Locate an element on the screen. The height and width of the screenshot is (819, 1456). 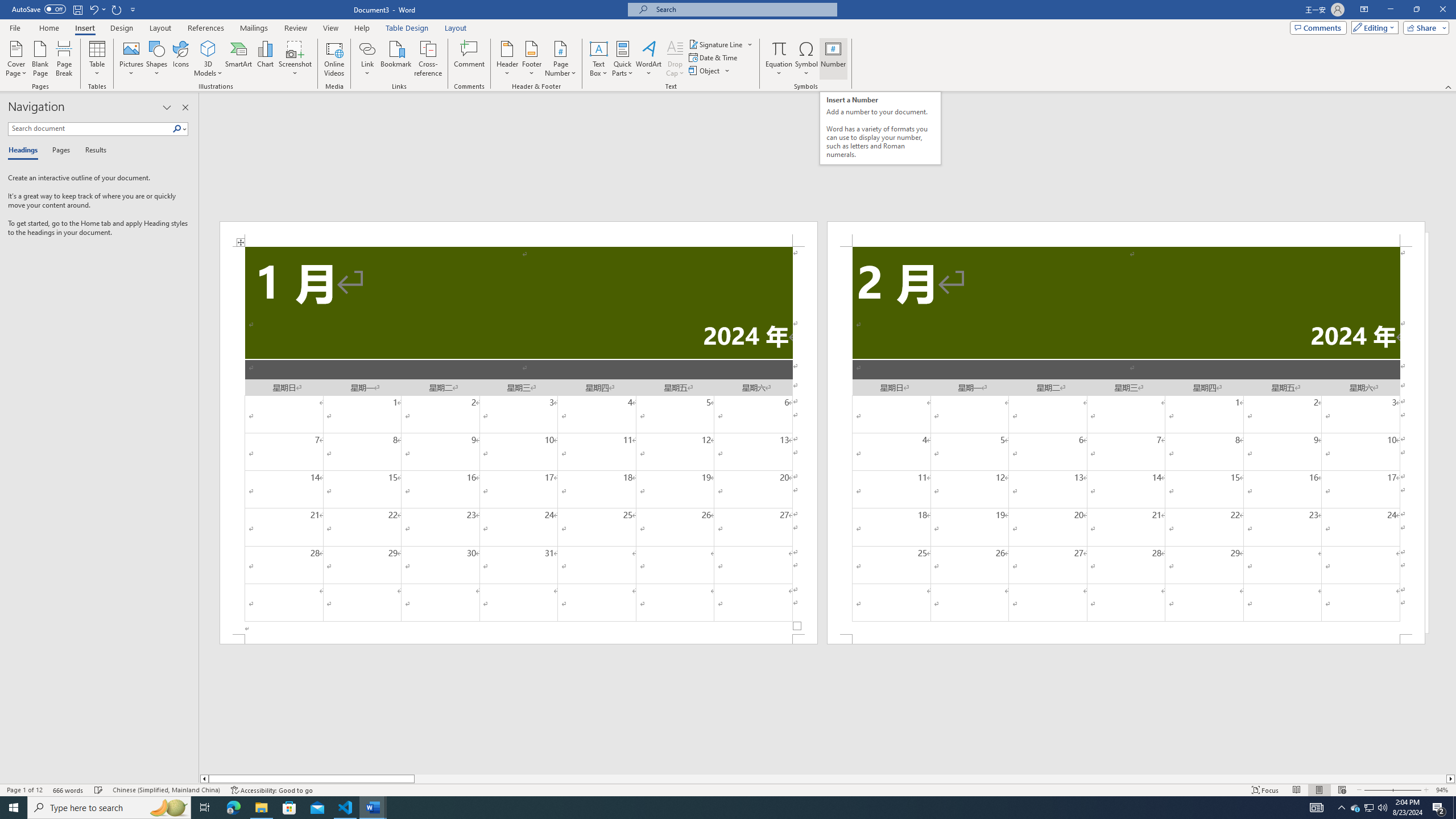
'Text Box' is located at coordinates (598, 59).